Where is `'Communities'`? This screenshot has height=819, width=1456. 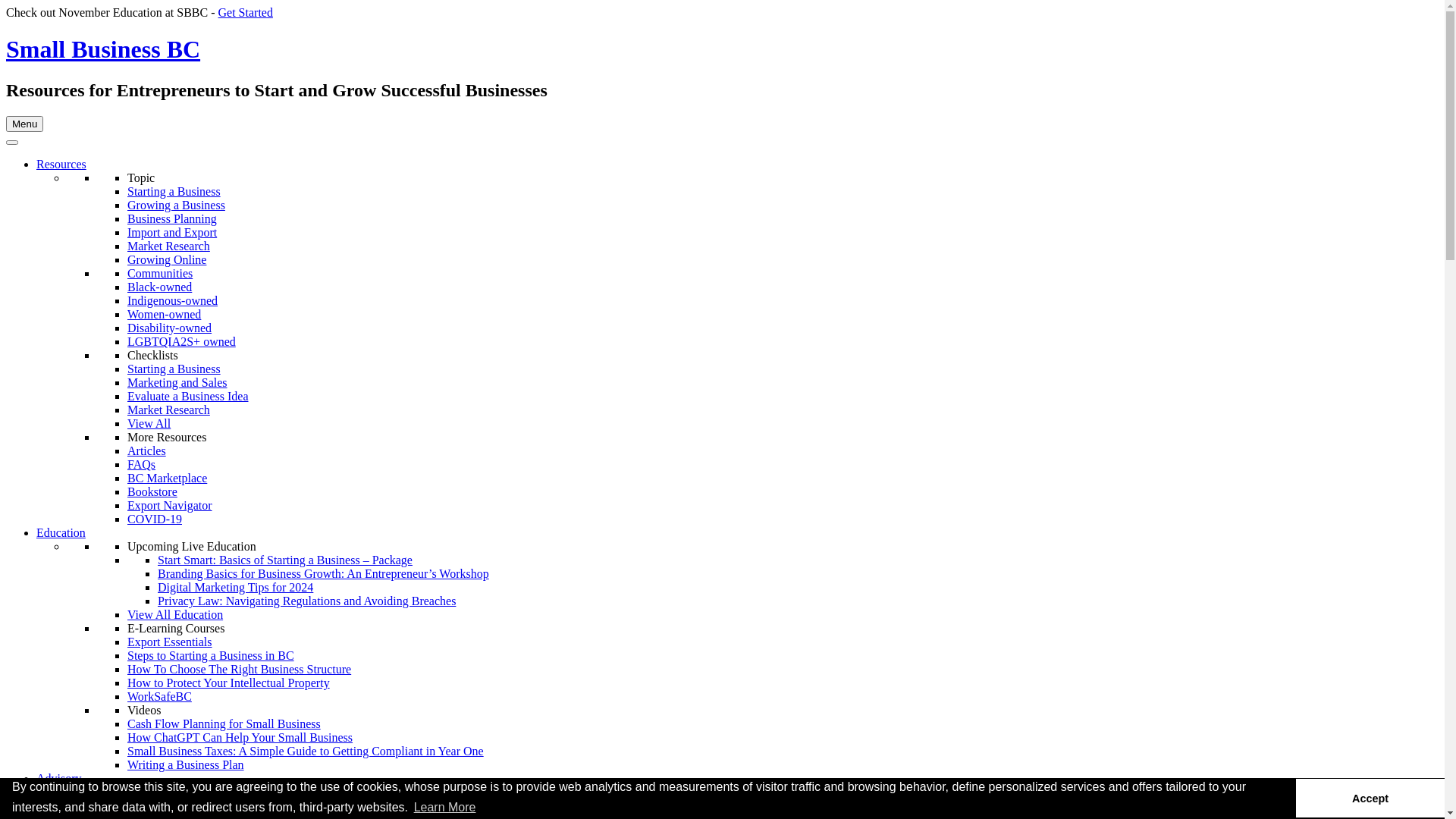
'Communities' is located at coordinates (160, 273).